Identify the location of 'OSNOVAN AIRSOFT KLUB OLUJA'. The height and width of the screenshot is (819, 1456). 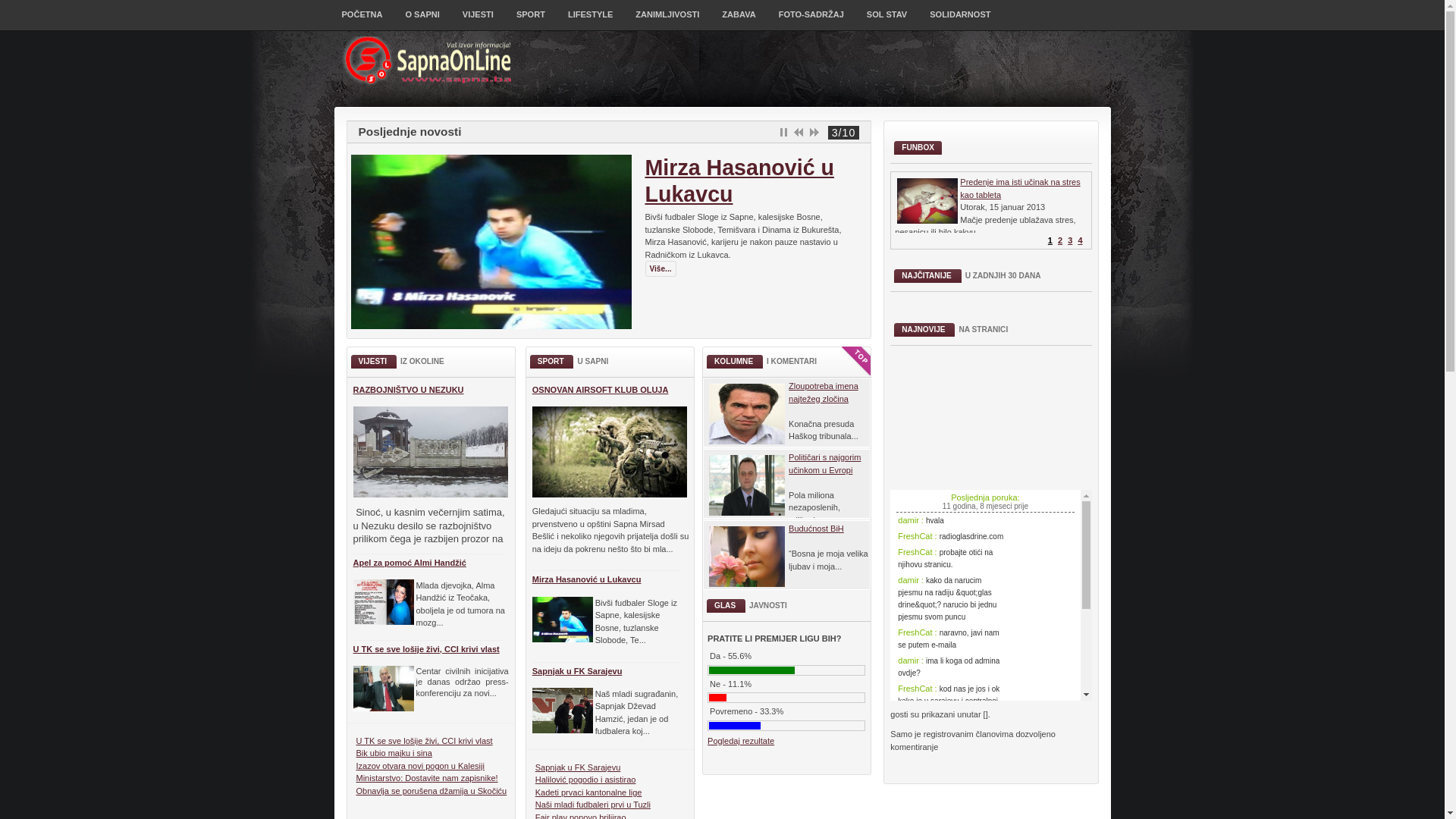
(600, 388).